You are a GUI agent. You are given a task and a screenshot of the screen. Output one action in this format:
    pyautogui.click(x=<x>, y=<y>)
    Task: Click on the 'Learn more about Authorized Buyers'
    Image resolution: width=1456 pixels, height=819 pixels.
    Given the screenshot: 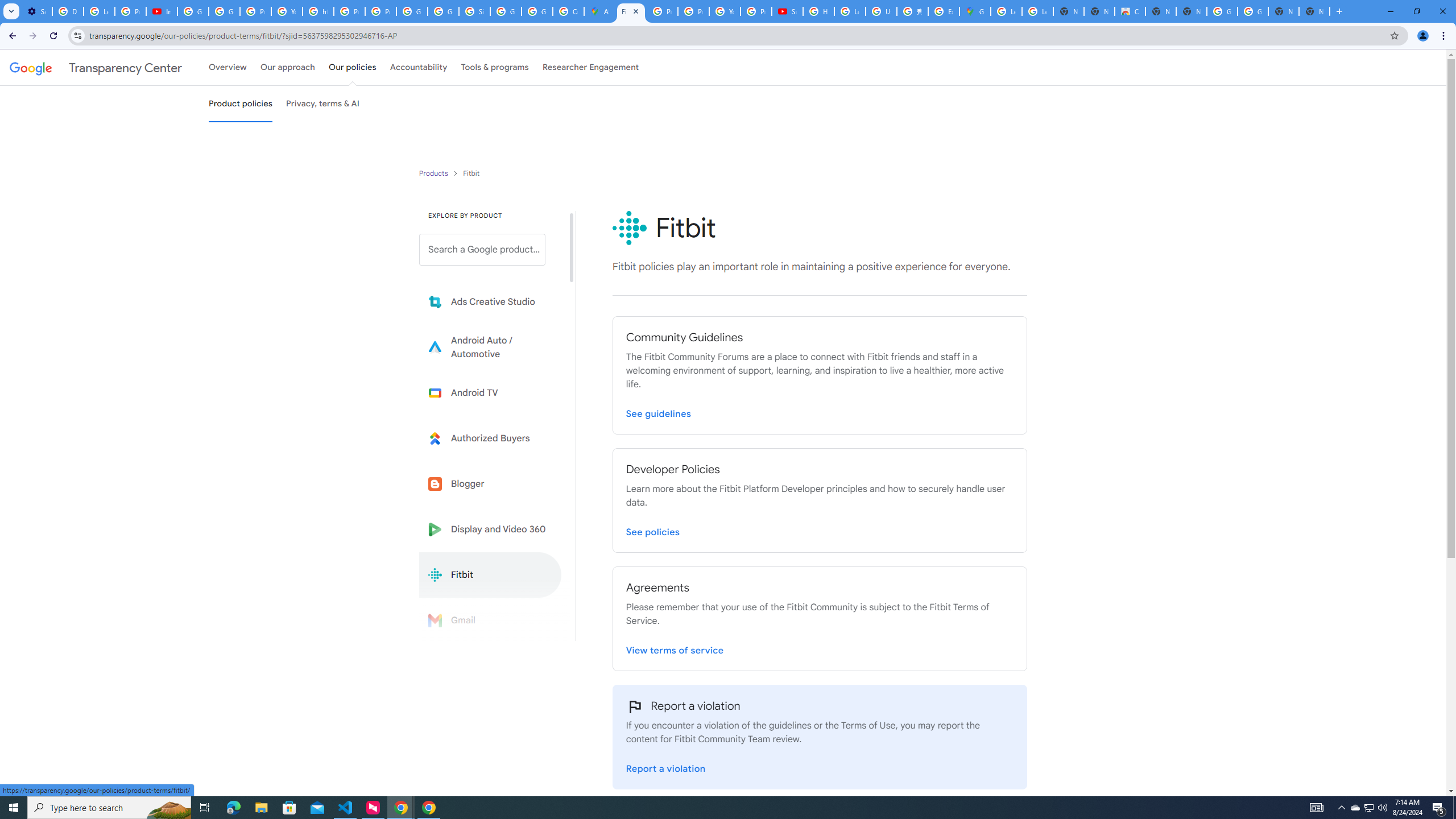 What is the action you would take?
    pyautogui.click(x=490, y=438)
    